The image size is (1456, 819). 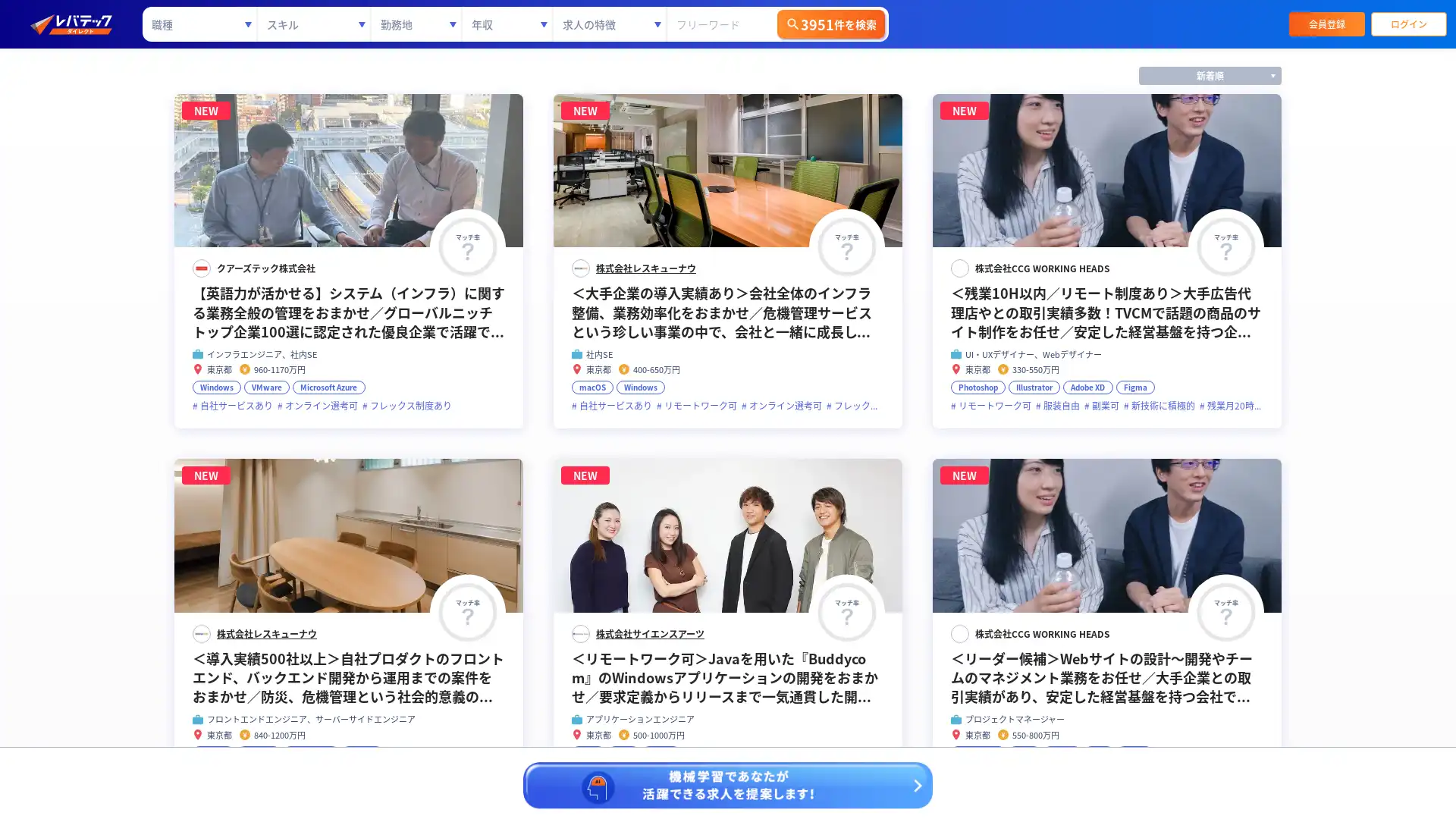 I want to click on 3951, so click(x=830, y=24).